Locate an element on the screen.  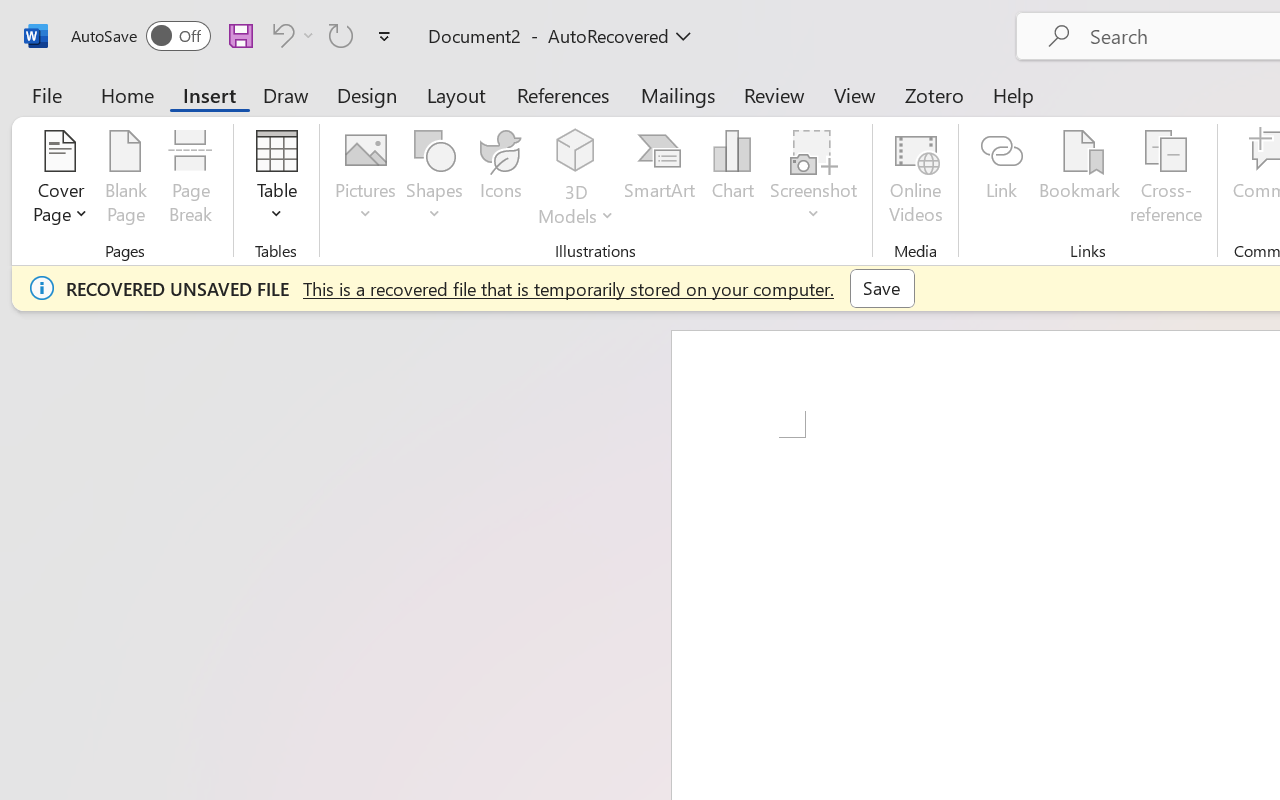
'Chart...' is located at coordinates (731, 179).